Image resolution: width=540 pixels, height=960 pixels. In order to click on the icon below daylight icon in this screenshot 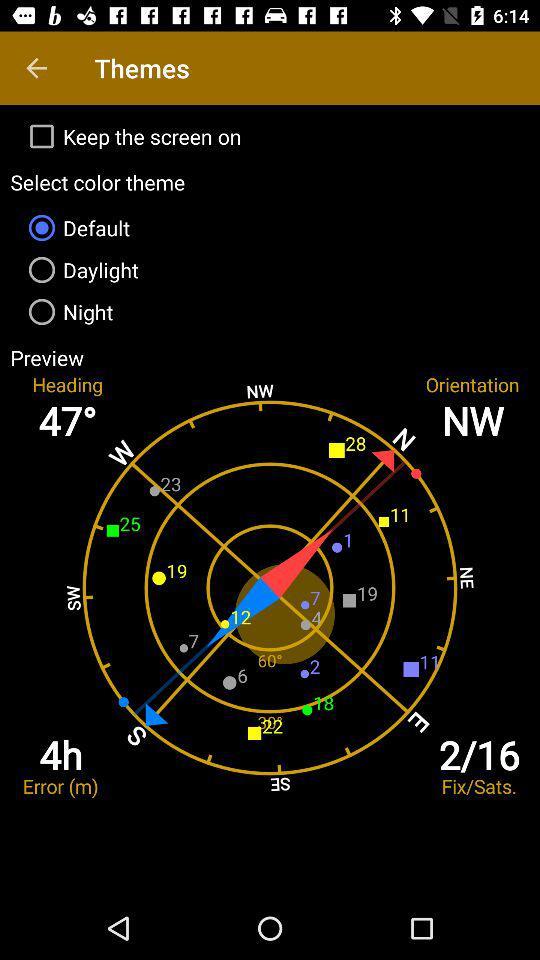, I will do `click(270, 312)`.